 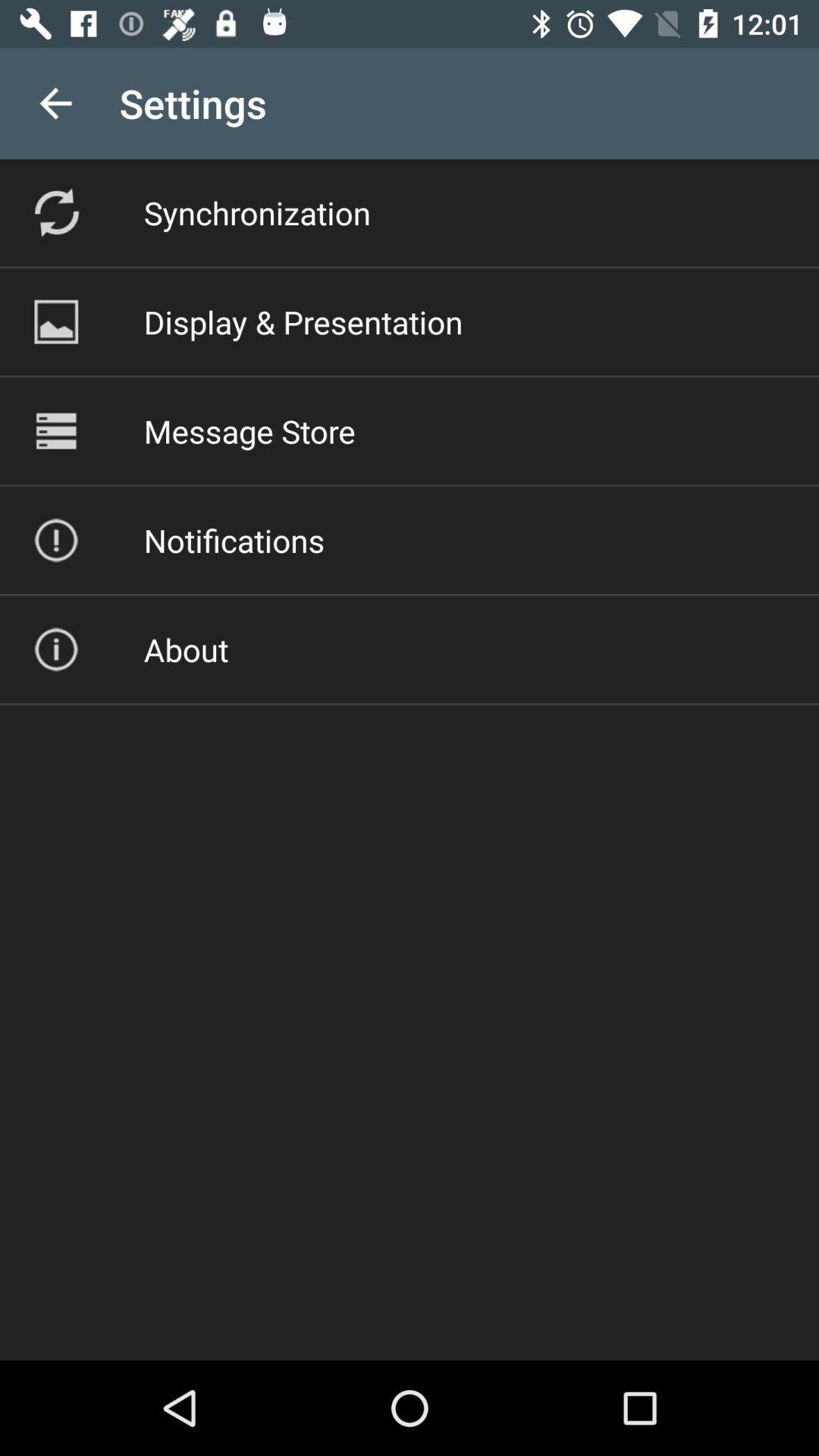 I want to click on the item below the notifications icon, so click(x=185, y=649).